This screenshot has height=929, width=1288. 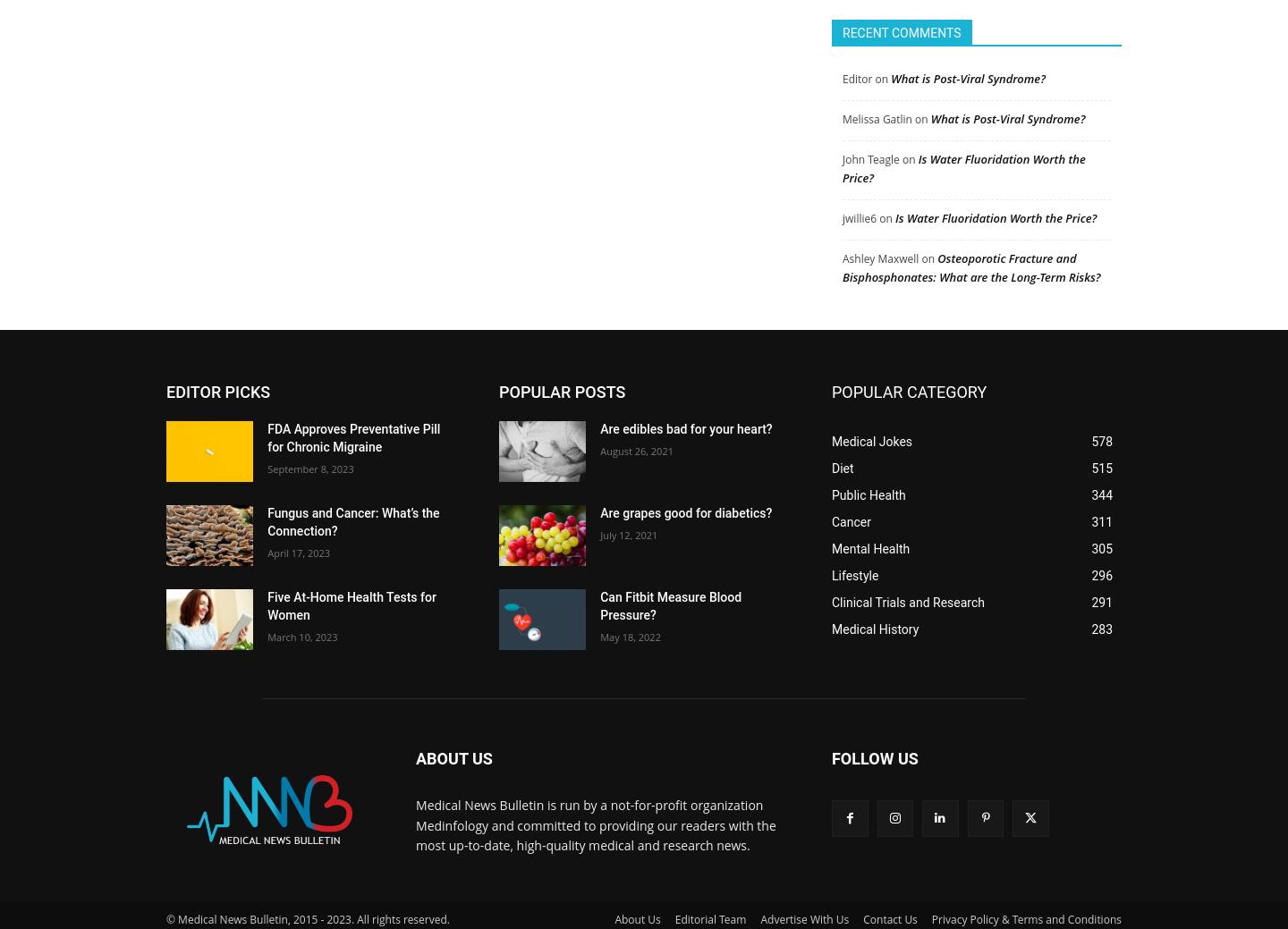 What do you see at coordinates (831, 460) in the screenshot?
I see `'Diet'` at bounding box center [831, 460].